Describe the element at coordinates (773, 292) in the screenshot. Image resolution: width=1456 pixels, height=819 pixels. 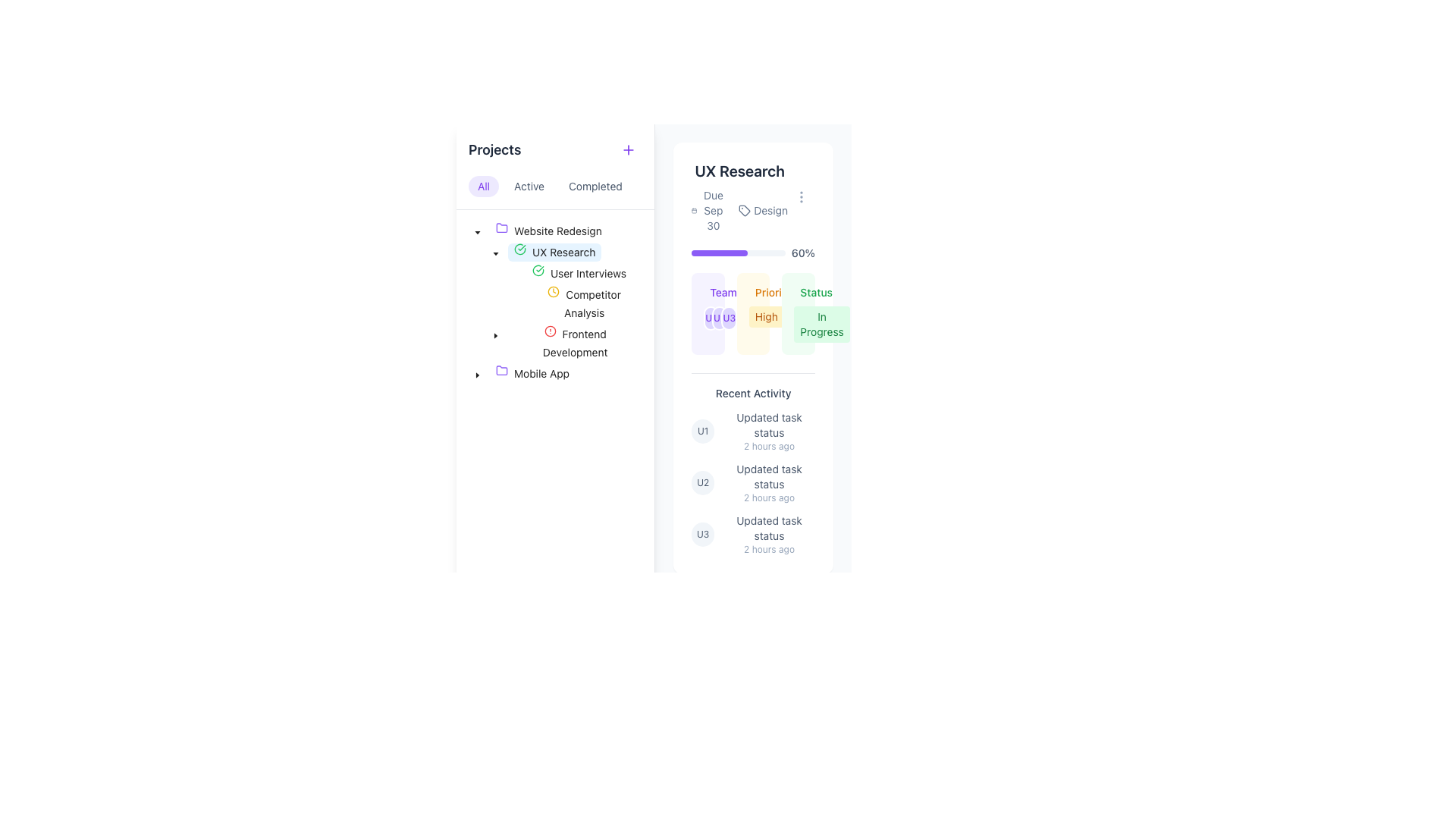
I see `the text label indicating the priority level of the task or project in the UX Research panel` at that location.